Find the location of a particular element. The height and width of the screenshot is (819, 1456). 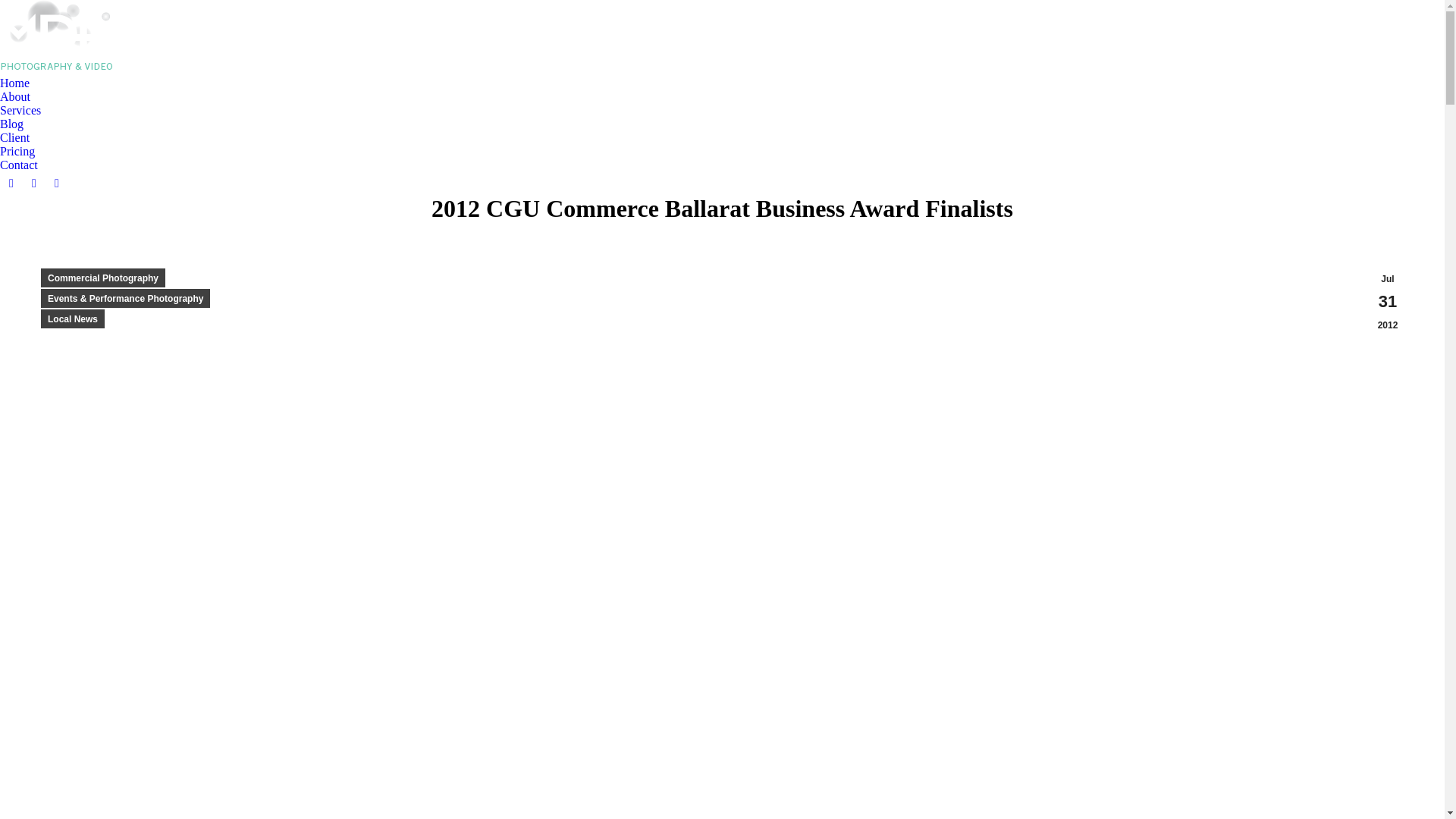

'Home' is located at coordinates (14, 83).